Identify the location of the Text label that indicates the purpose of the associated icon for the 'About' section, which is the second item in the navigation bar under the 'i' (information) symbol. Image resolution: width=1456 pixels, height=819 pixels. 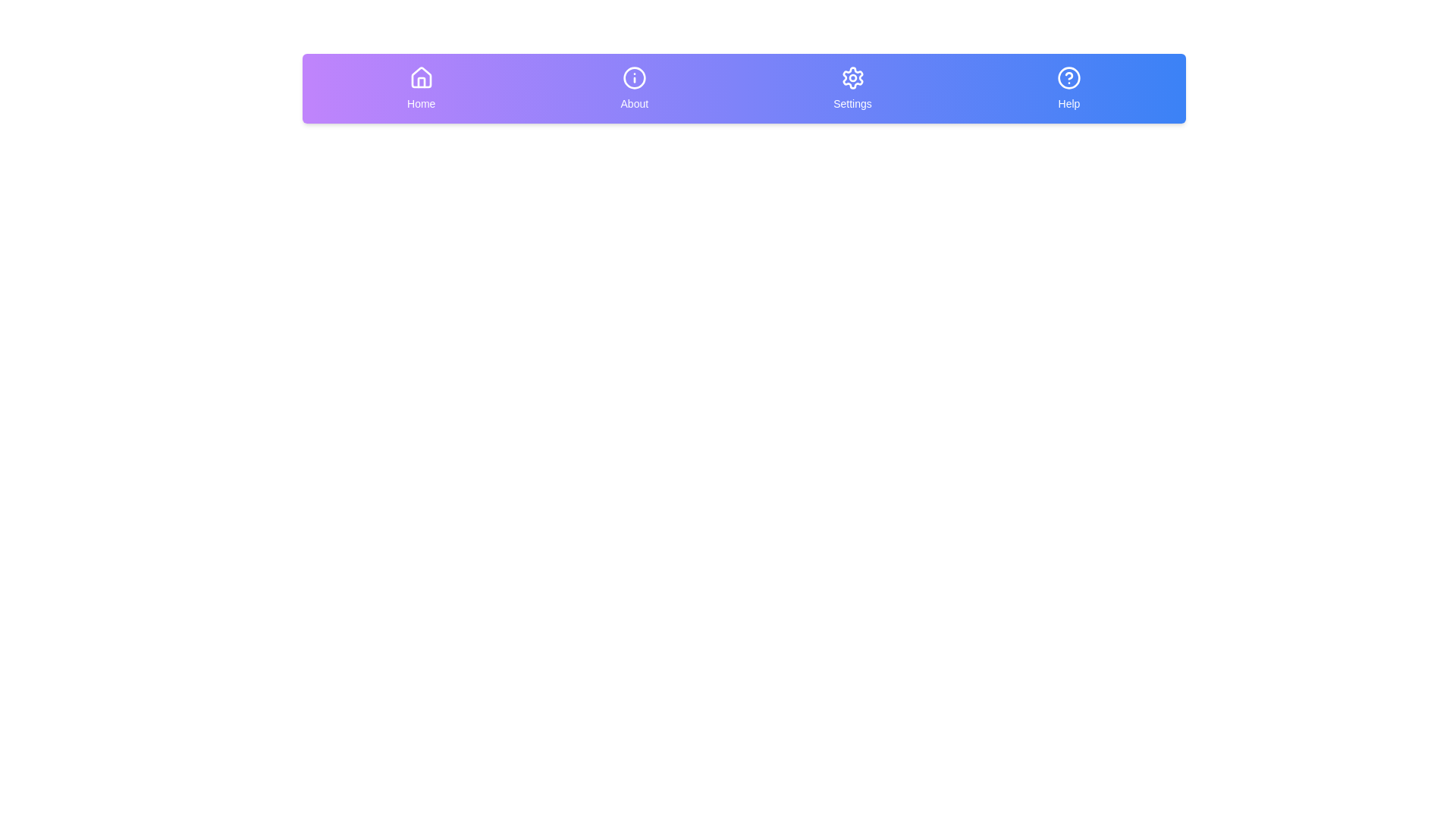
(634, 103).